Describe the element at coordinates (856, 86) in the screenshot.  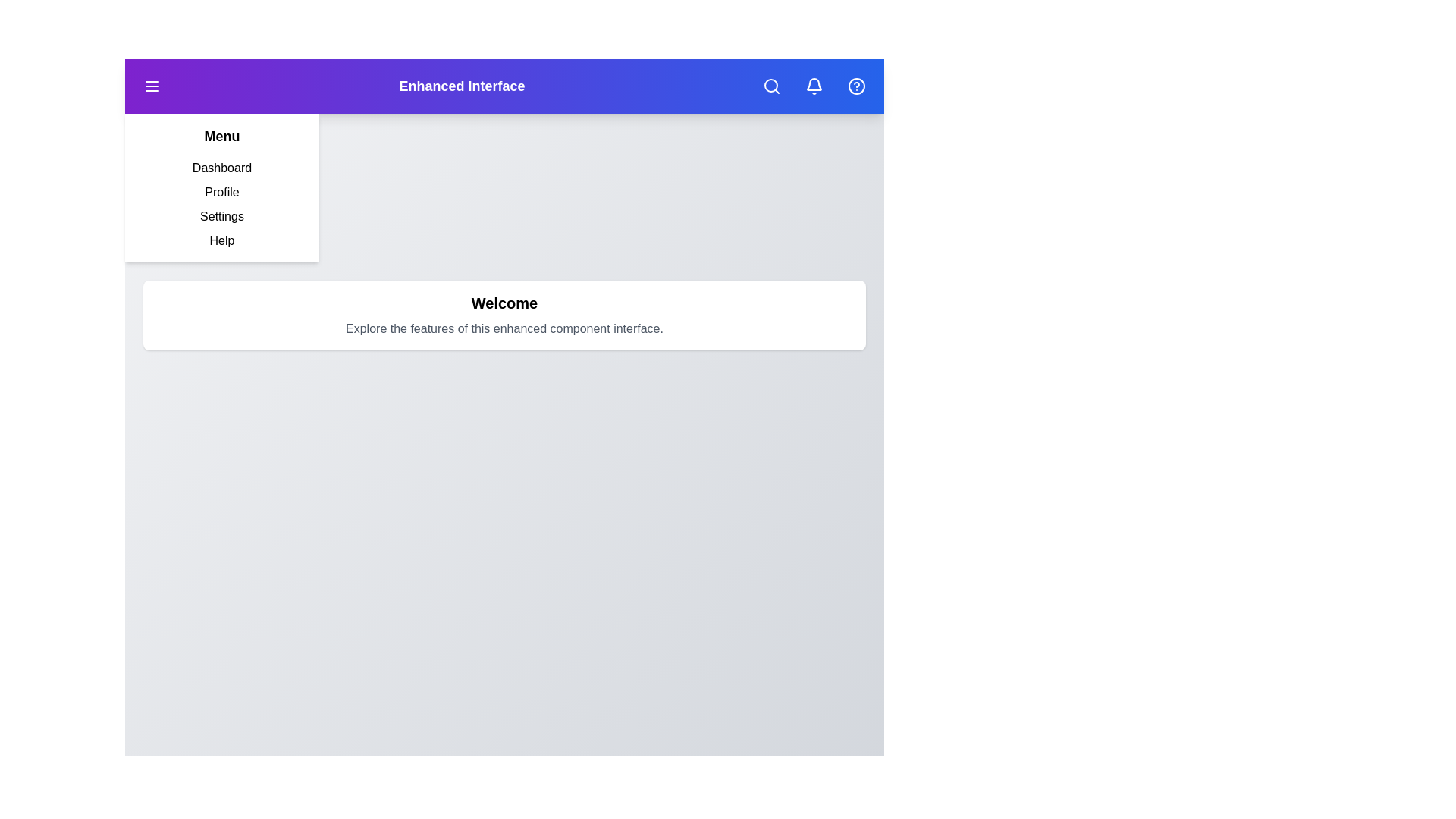
I see `the help icon located in the top-right corner of the app bar` at that location.